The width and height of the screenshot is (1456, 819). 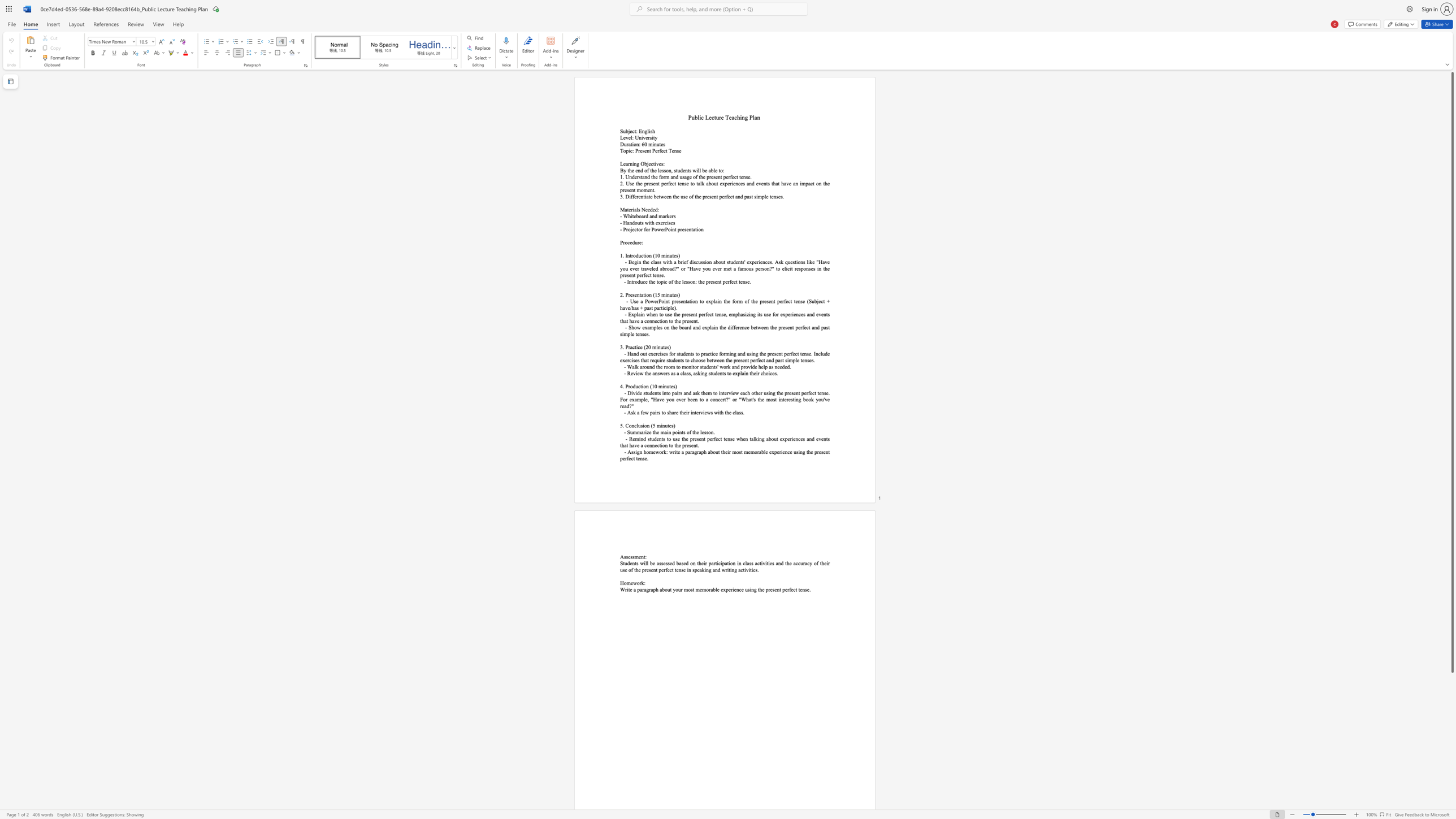 What do you see at coordinates (631, 241) in the screenshot?
I see `the 1th character "e" in the text` at bounding box center [631, 241].